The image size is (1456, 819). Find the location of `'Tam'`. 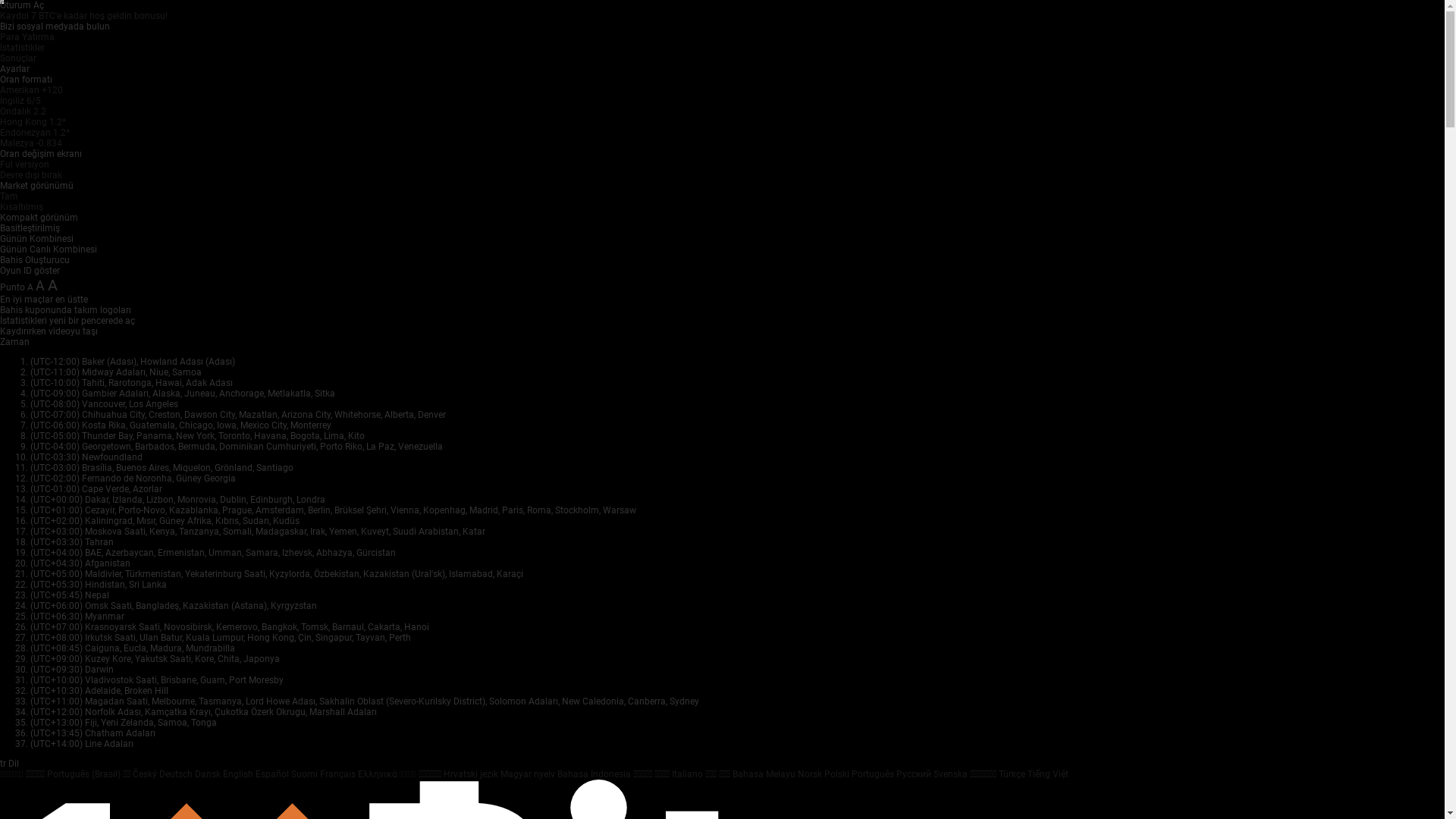

'Tam' is located at coordinates (9, 195).